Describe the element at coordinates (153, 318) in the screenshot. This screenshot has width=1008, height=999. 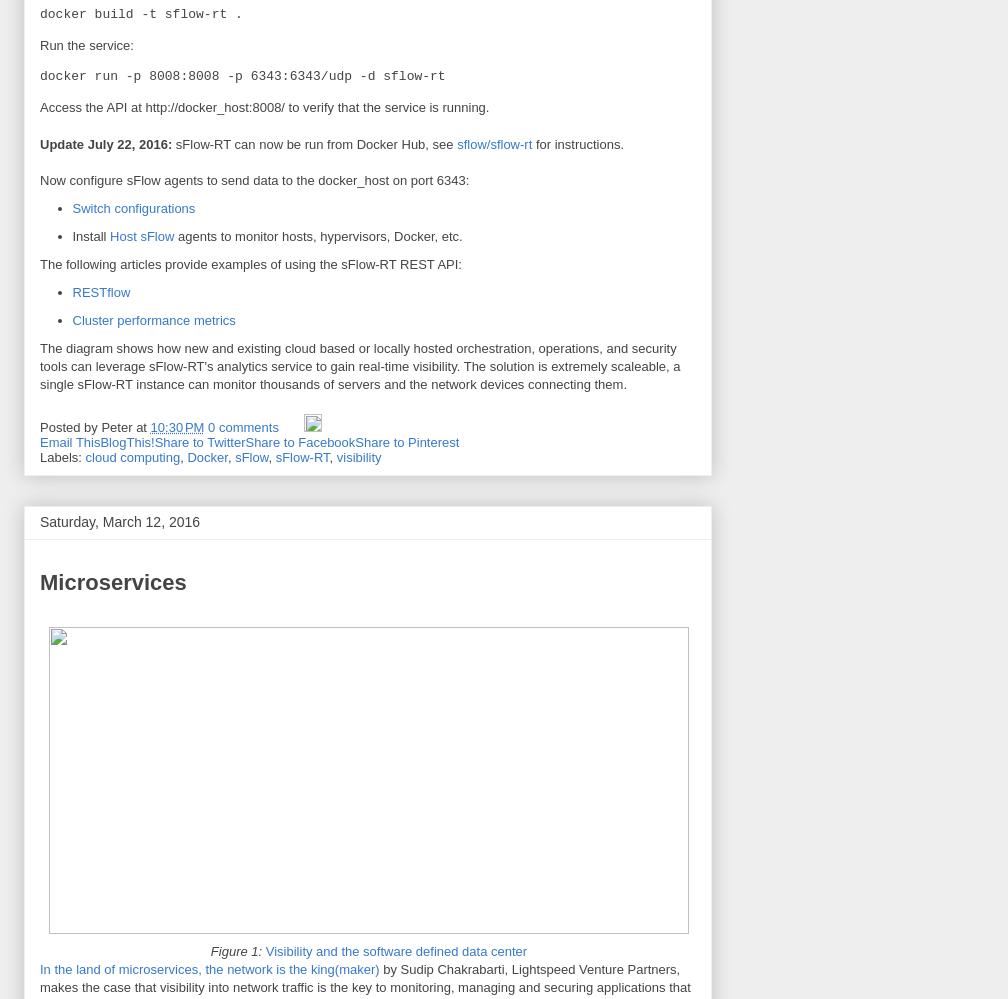
I see `'Cluster performance metrics'` at that location.